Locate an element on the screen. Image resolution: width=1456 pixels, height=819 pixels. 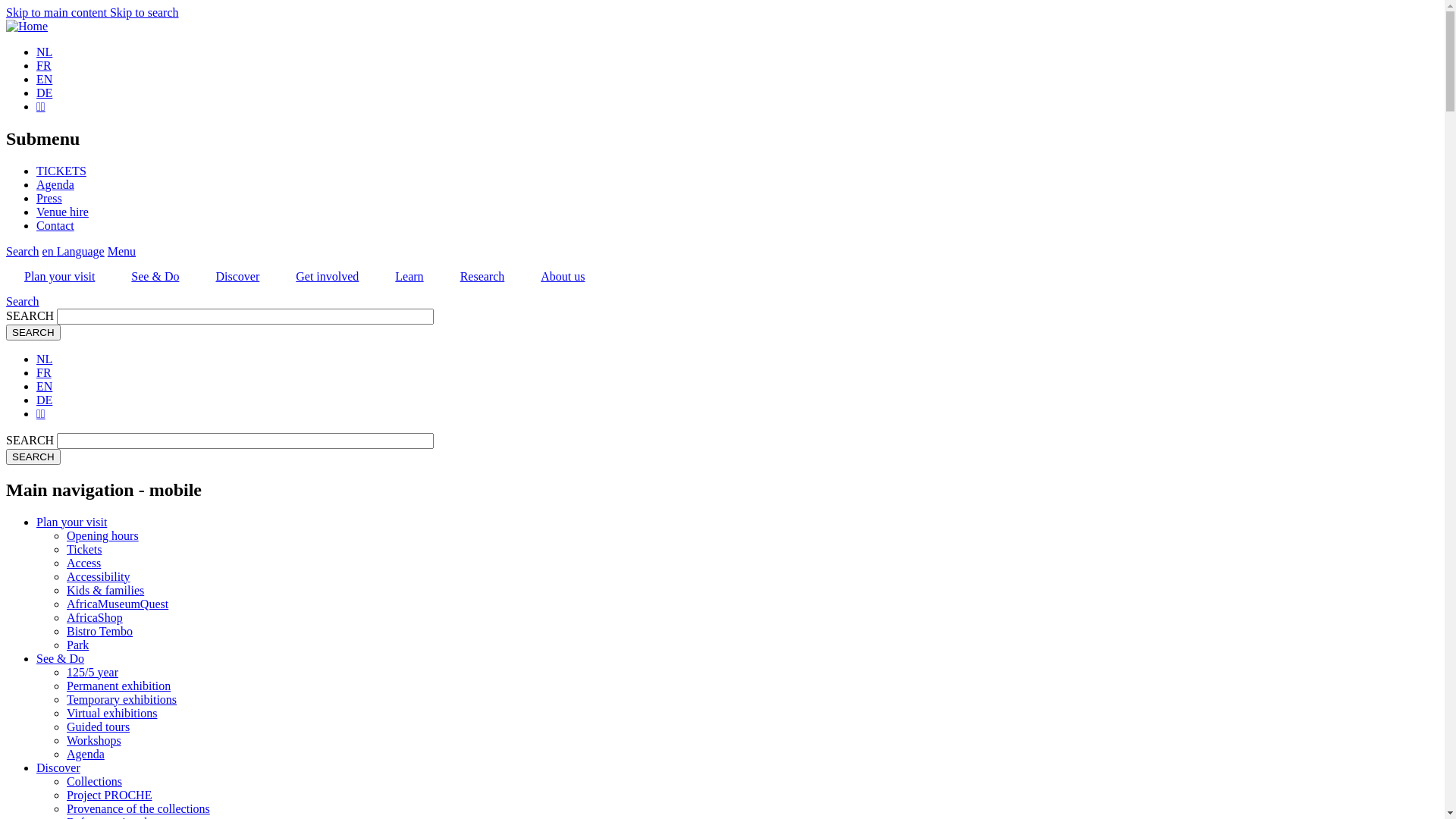
'FR' is located at coordinates (36, 64).